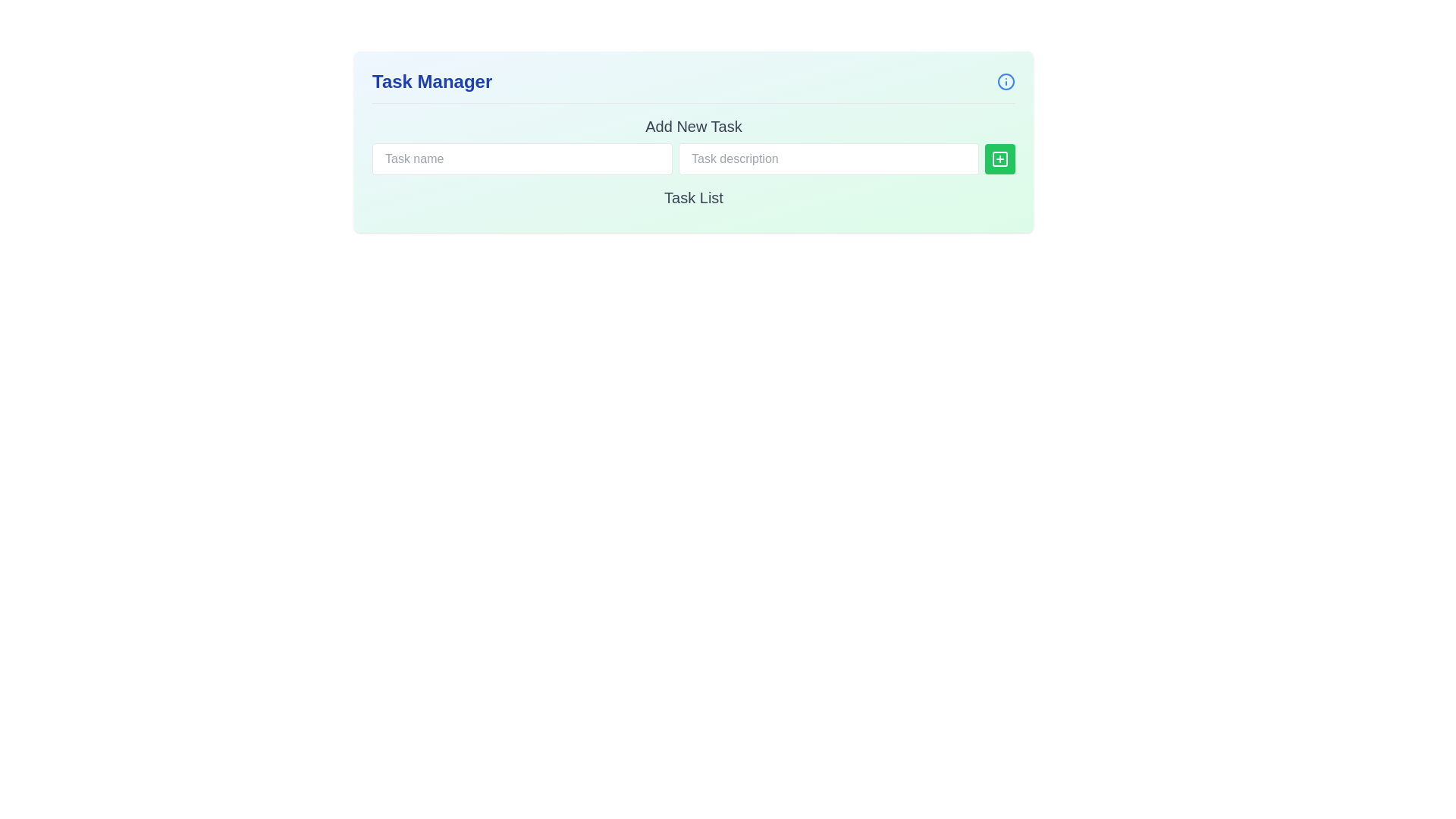 The image size is (1456, 819). Describe the element at coordinates (431, 82) in the screenshot. I see `the header text in the task management application that provides context about the interface` at that location.